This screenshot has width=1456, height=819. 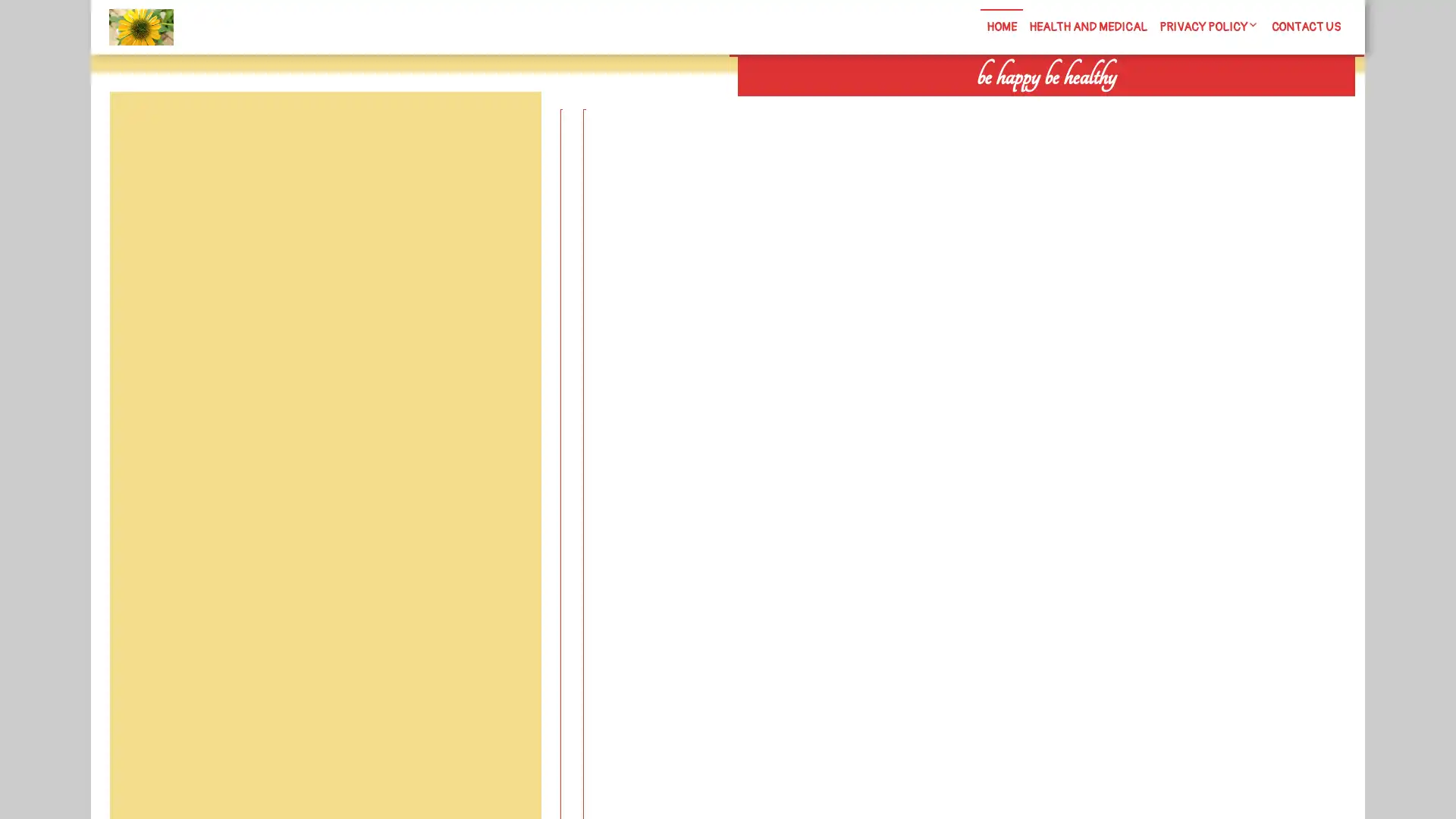 I want to click on Search, so click(x=1181, y=106).